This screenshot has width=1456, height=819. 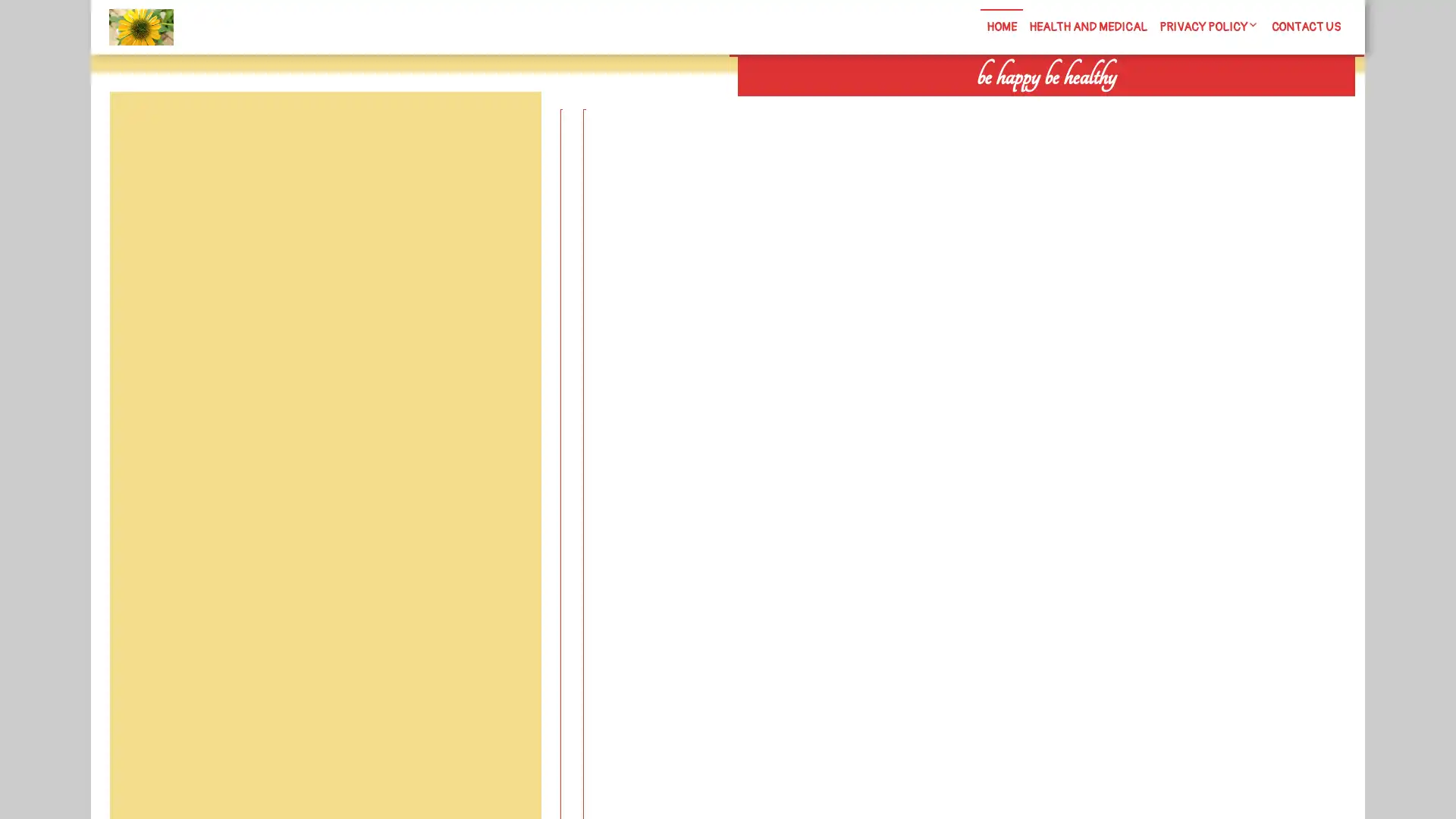 I want to click on Search, so click(x=1181, y=106).